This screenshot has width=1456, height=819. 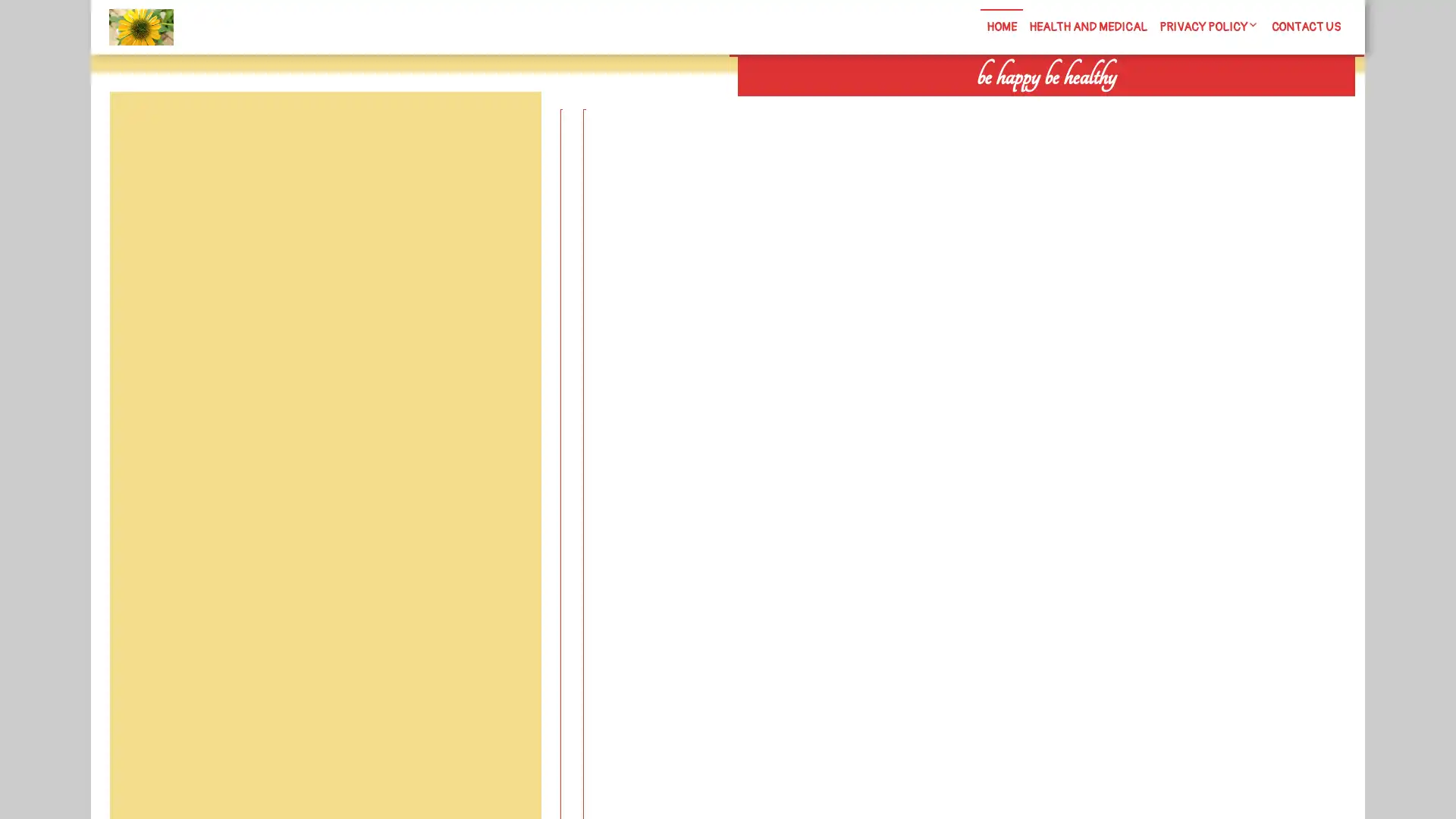 I want to click on Search, so click(x=1181, y=106).